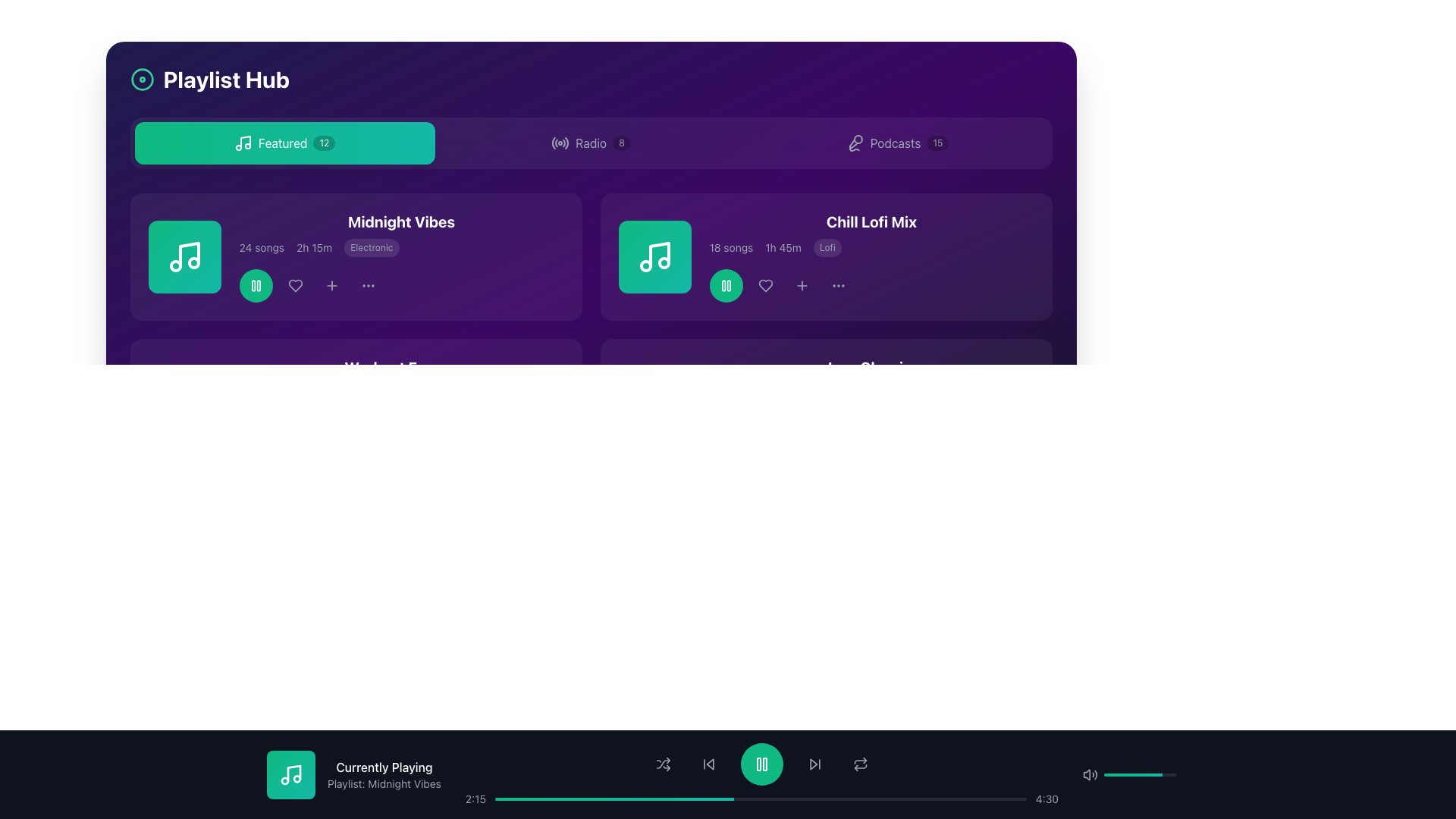 The height and width of the screenshot is (819, 1456). I want to click on the slider, so click(1109, 775).